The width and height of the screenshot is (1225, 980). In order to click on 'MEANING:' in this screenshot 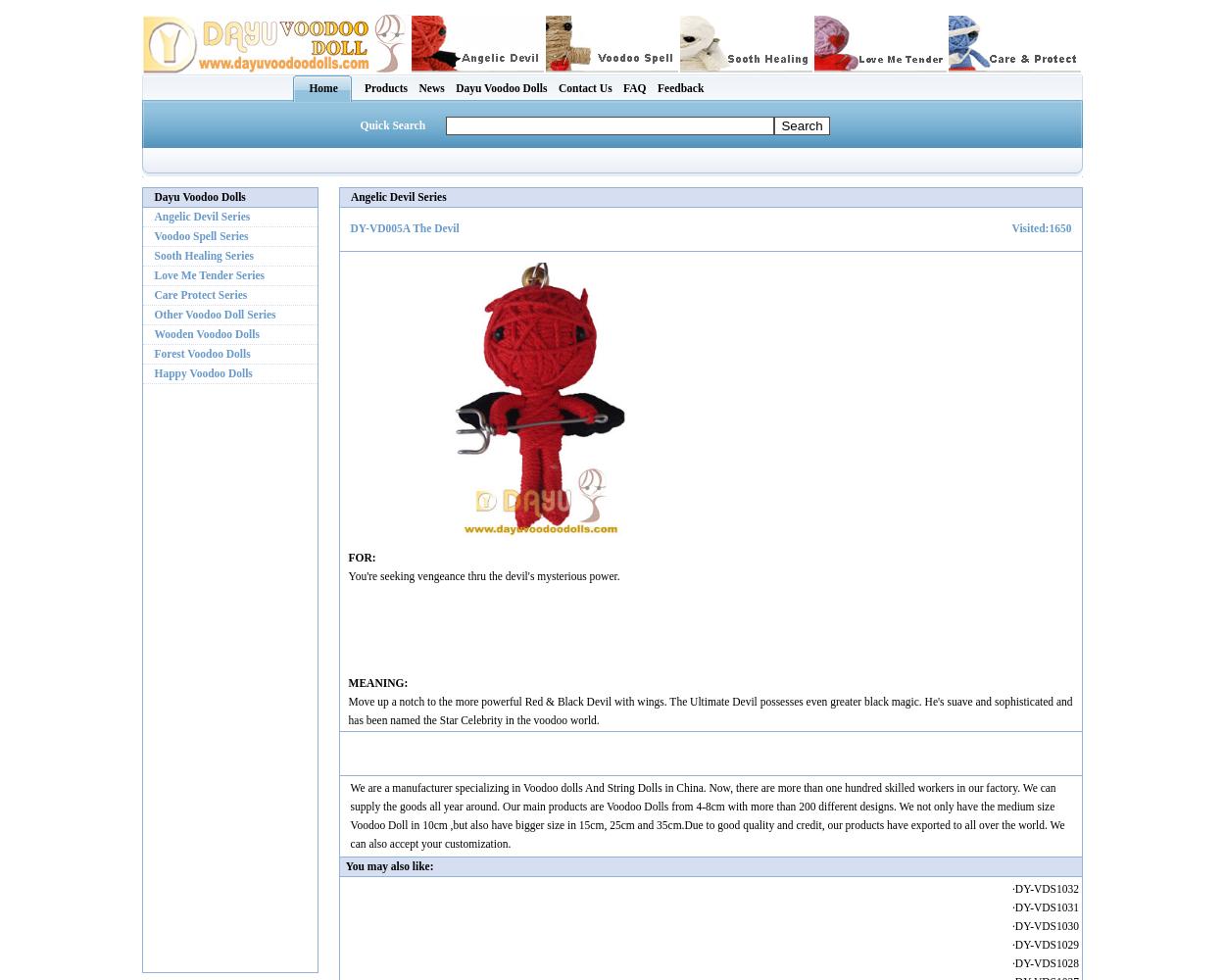, I will do `click(377, 681)`.